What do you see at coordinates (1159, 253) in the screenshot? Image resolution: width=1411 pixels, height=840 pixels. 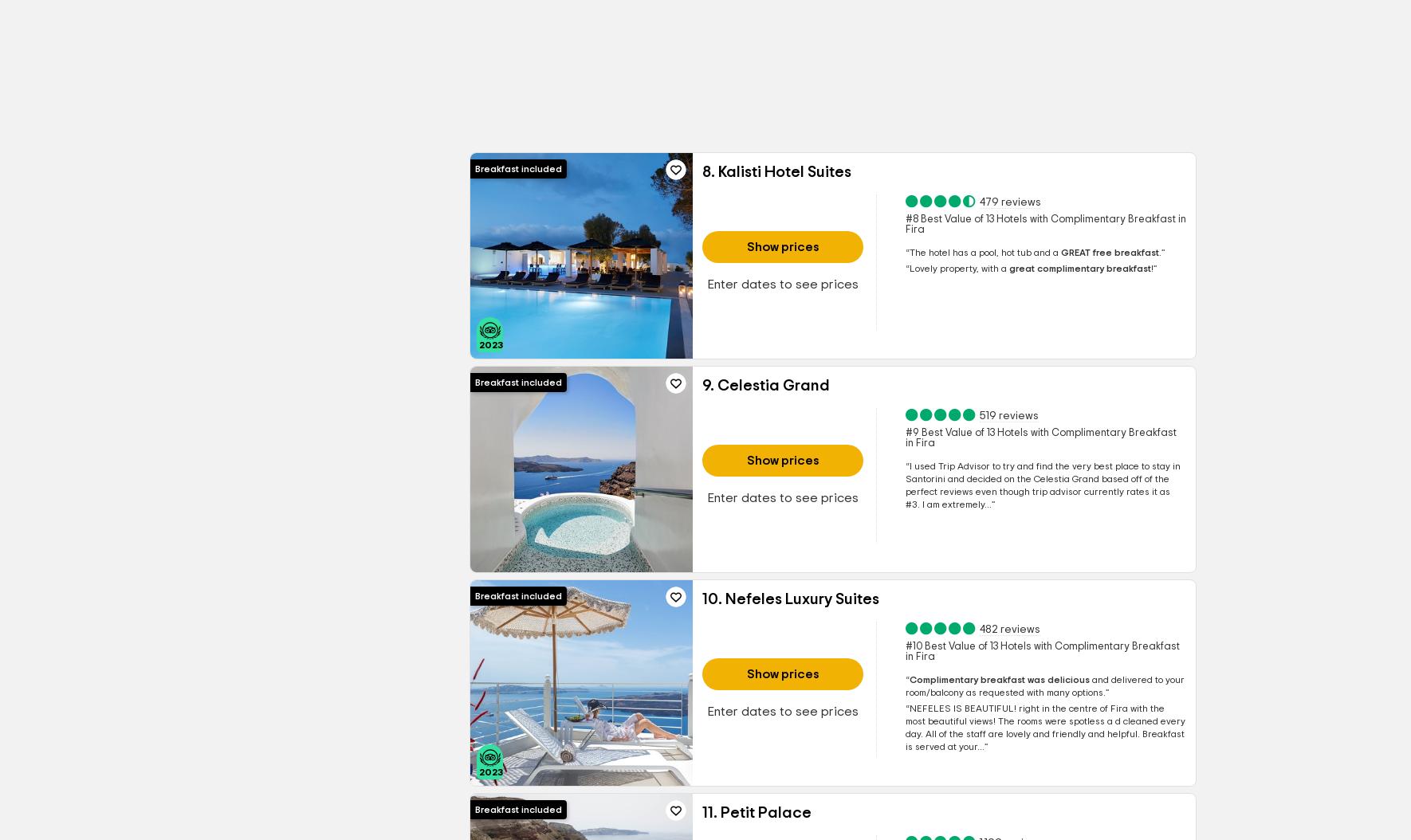 I see `'.'` at bounding box center [1159, 253].